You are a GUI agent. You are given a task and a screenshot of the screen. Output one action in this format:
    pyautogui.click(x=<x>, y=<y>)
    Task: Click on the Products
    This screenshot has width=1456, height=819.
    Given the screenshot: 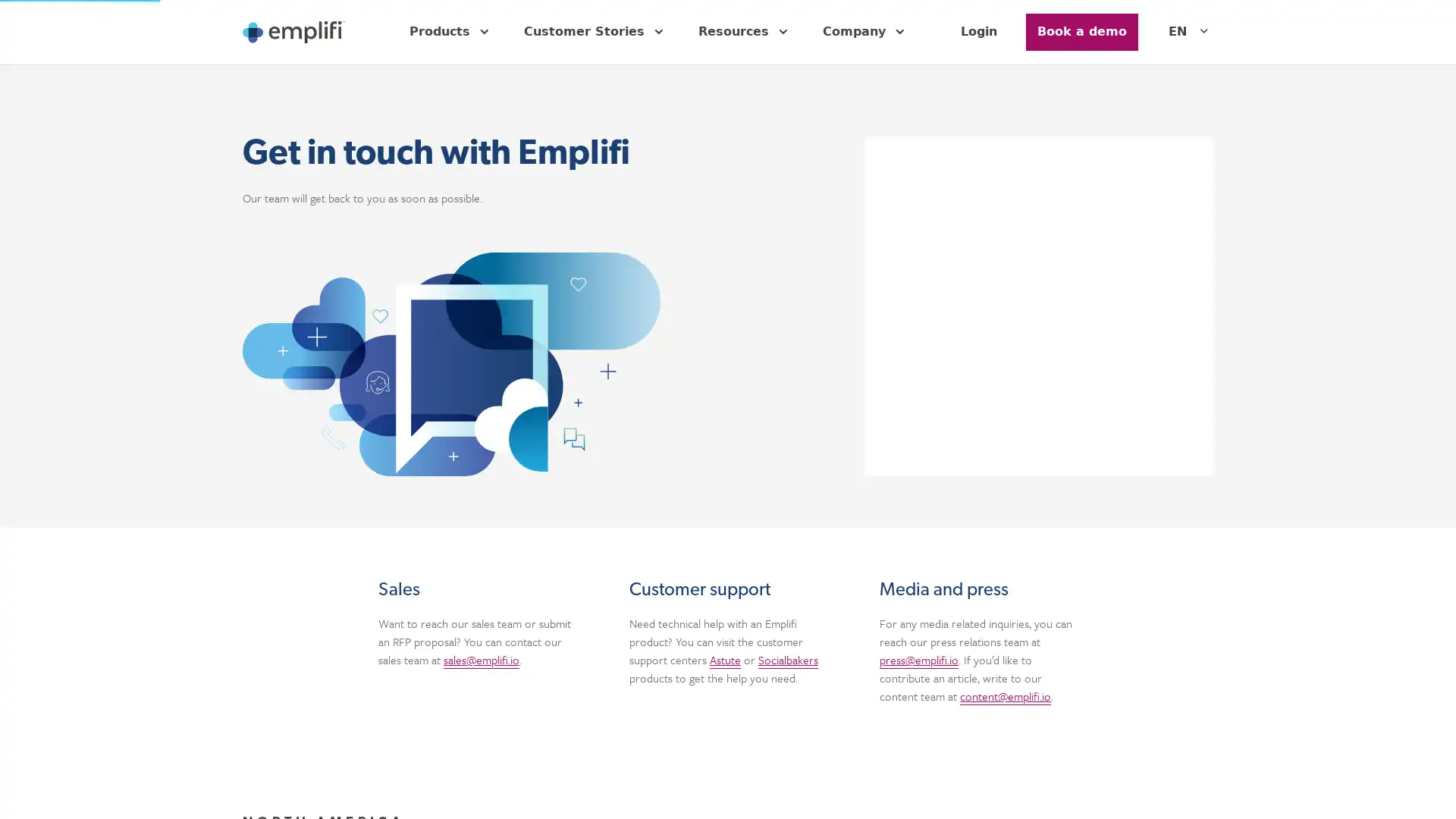 What is the action you would take?
    pyautogui.click(x=450, y=32)
    